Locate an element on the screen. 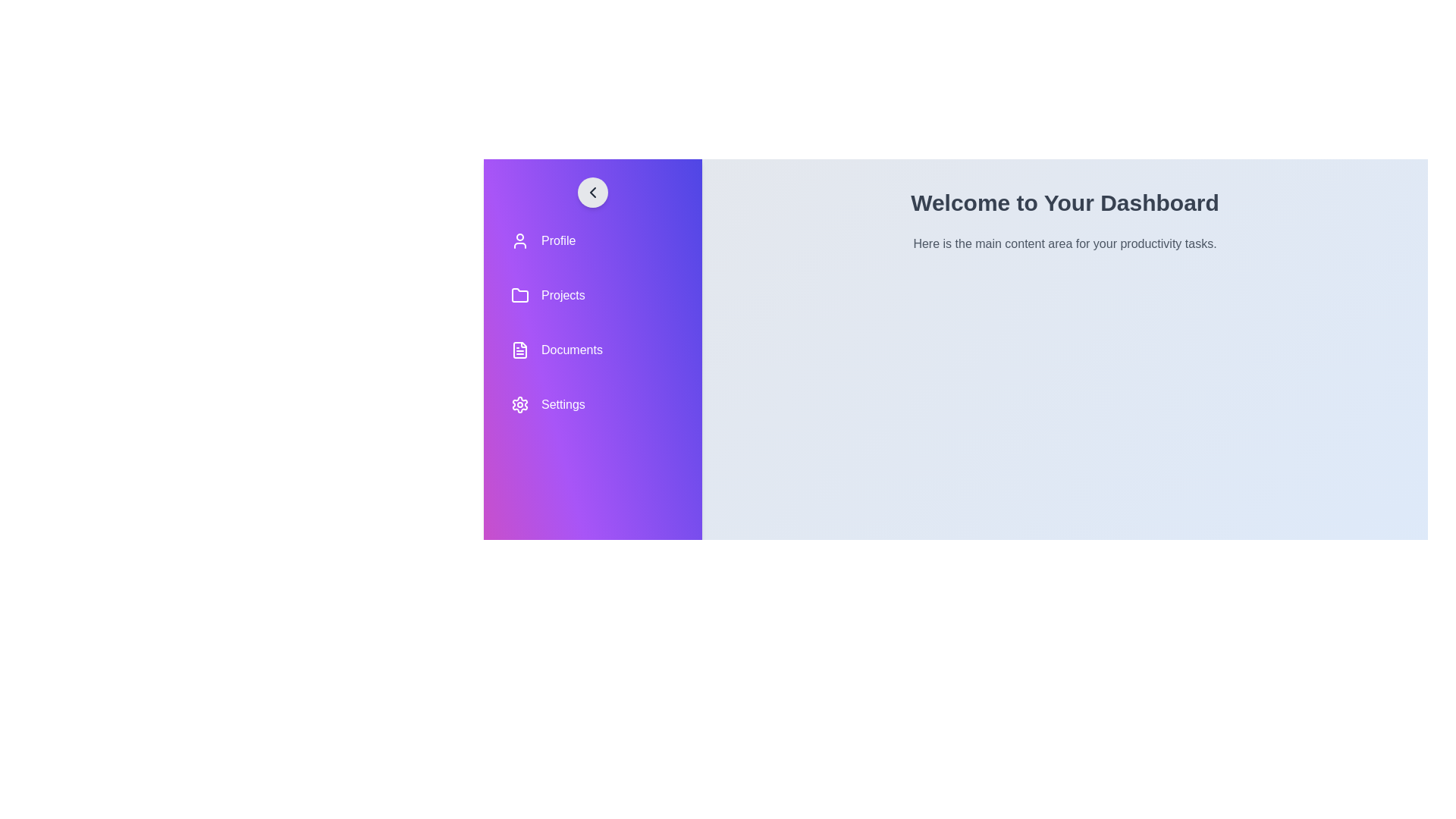 The image size is (1456, 819). the navigation item labeled Profile is located at coordinates (592, 240).